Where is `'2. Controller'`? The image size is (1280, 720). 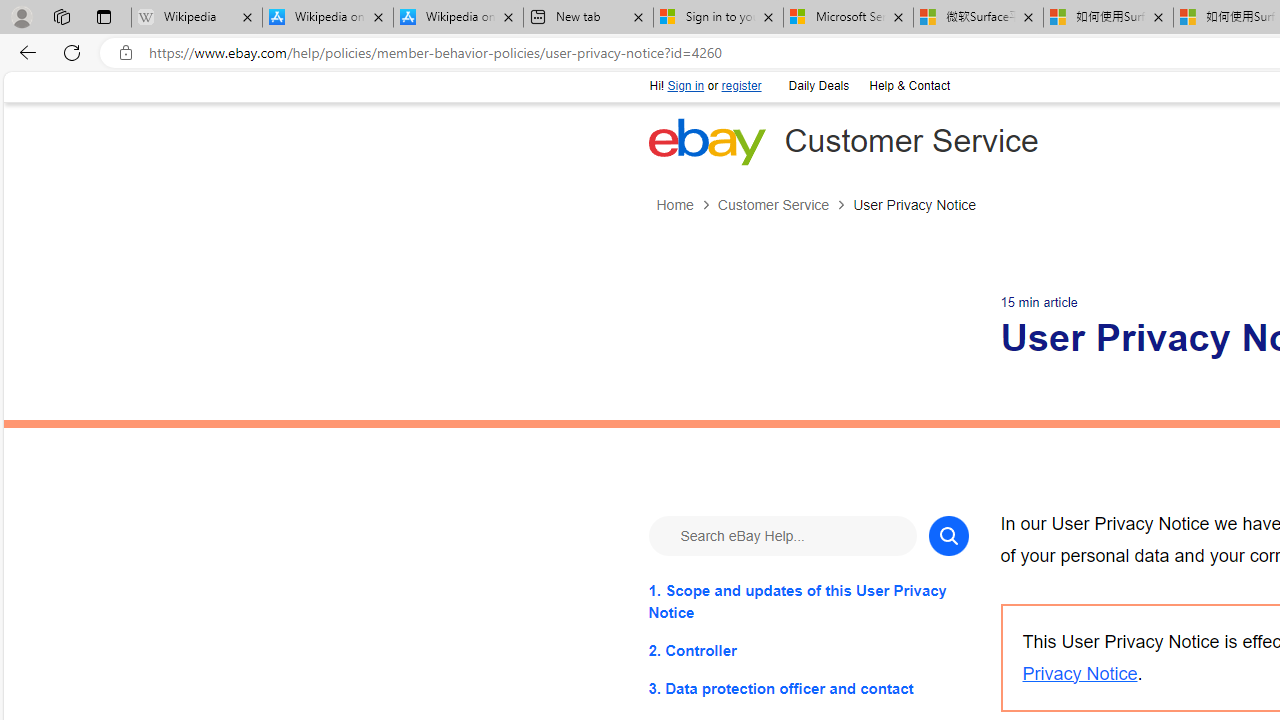
'2. Controller' is located at coordinates (808, 650).